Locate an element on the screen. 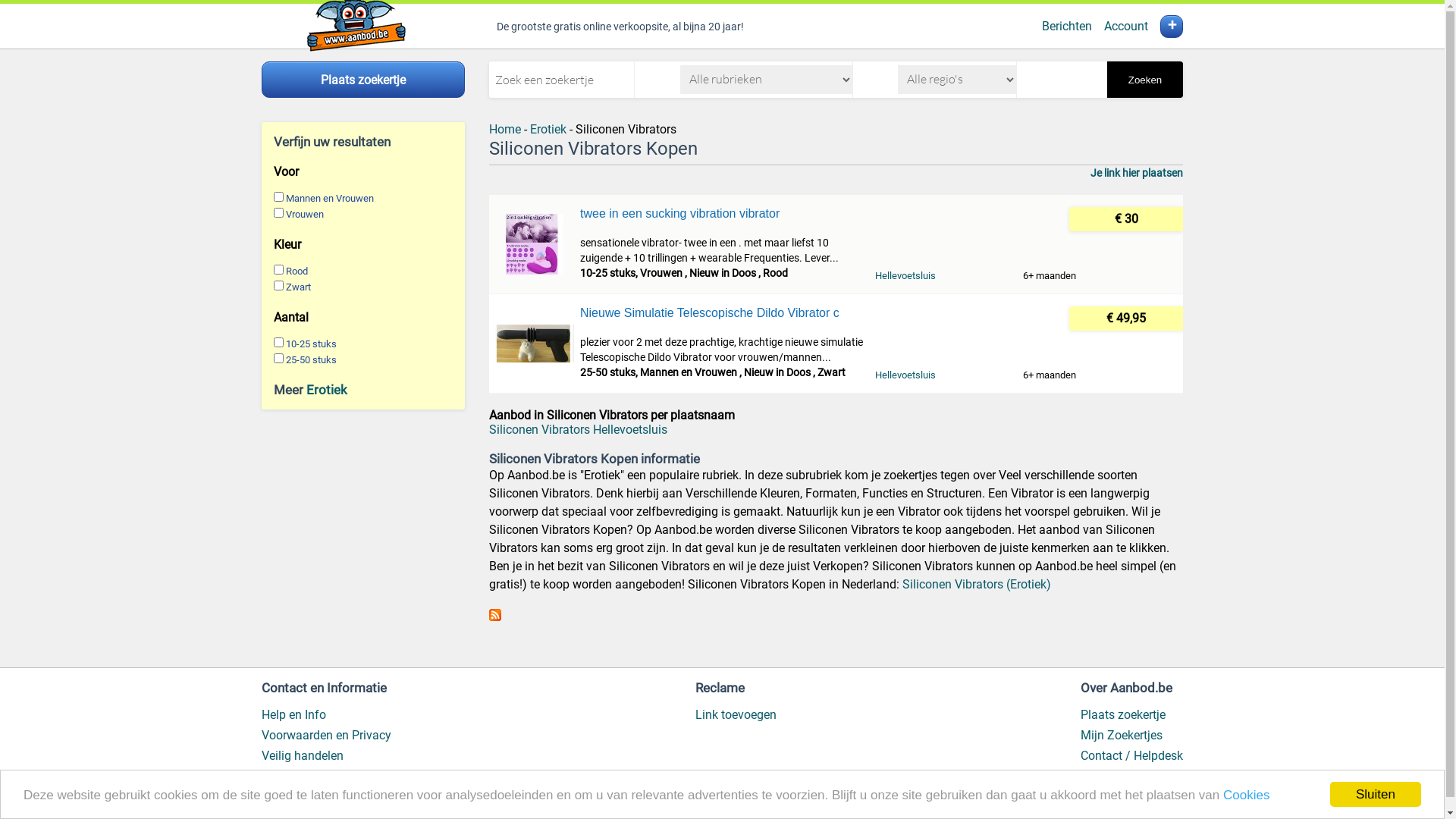 The image size is (1456, 819). 'Nieuw geplaatst' is located at coordinates (1124, 776).